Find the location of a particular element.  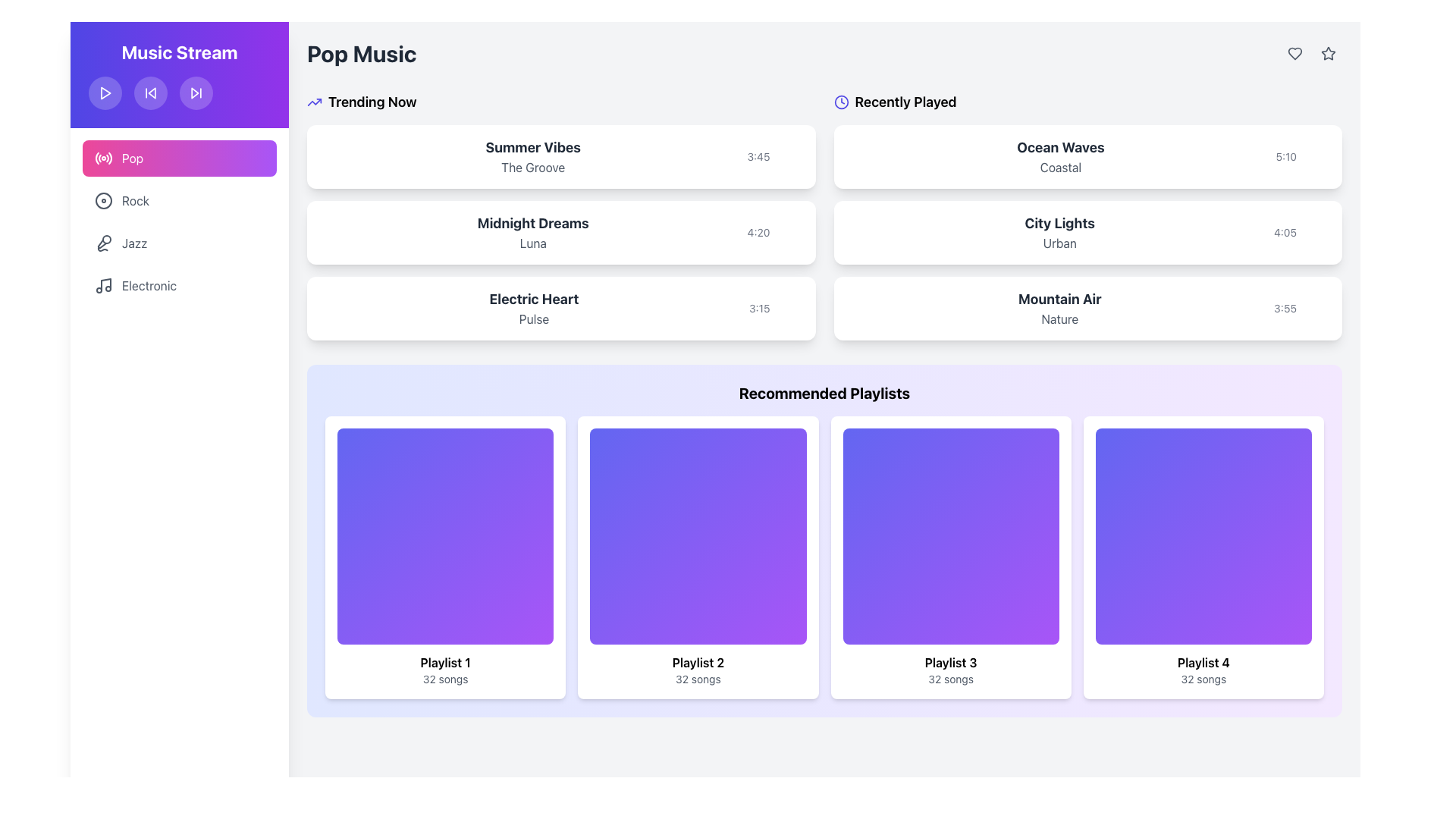

the music playlist card titled 'Playlist 2' located in the second position of the grid under 'Recommended Playlists' is located at coordinates (697, 557).